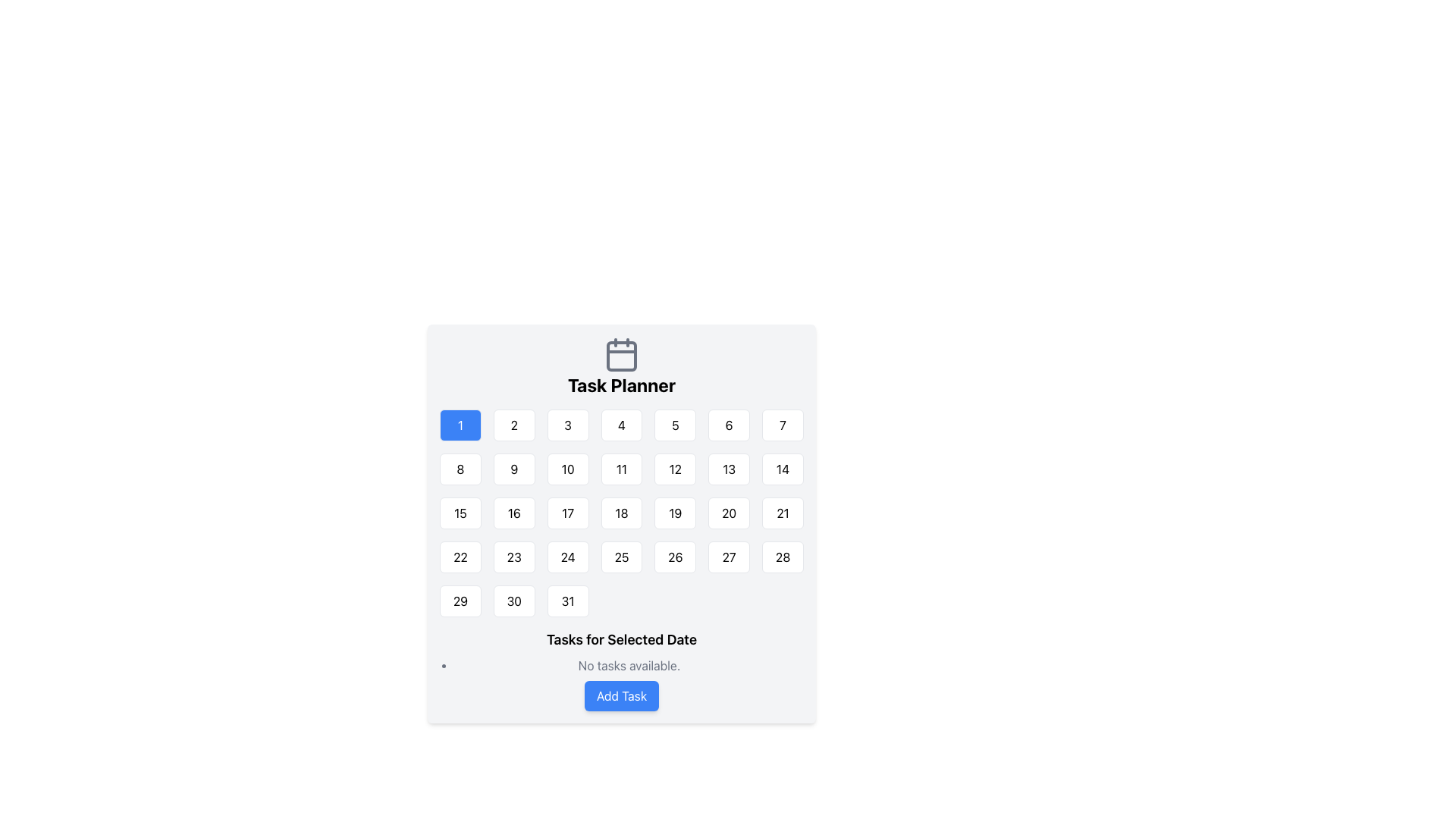  What do you see at coordinates (514, 513) in the screenshot?
I see `the calendar button representing the 16th day` at bounding box center [514, 513].